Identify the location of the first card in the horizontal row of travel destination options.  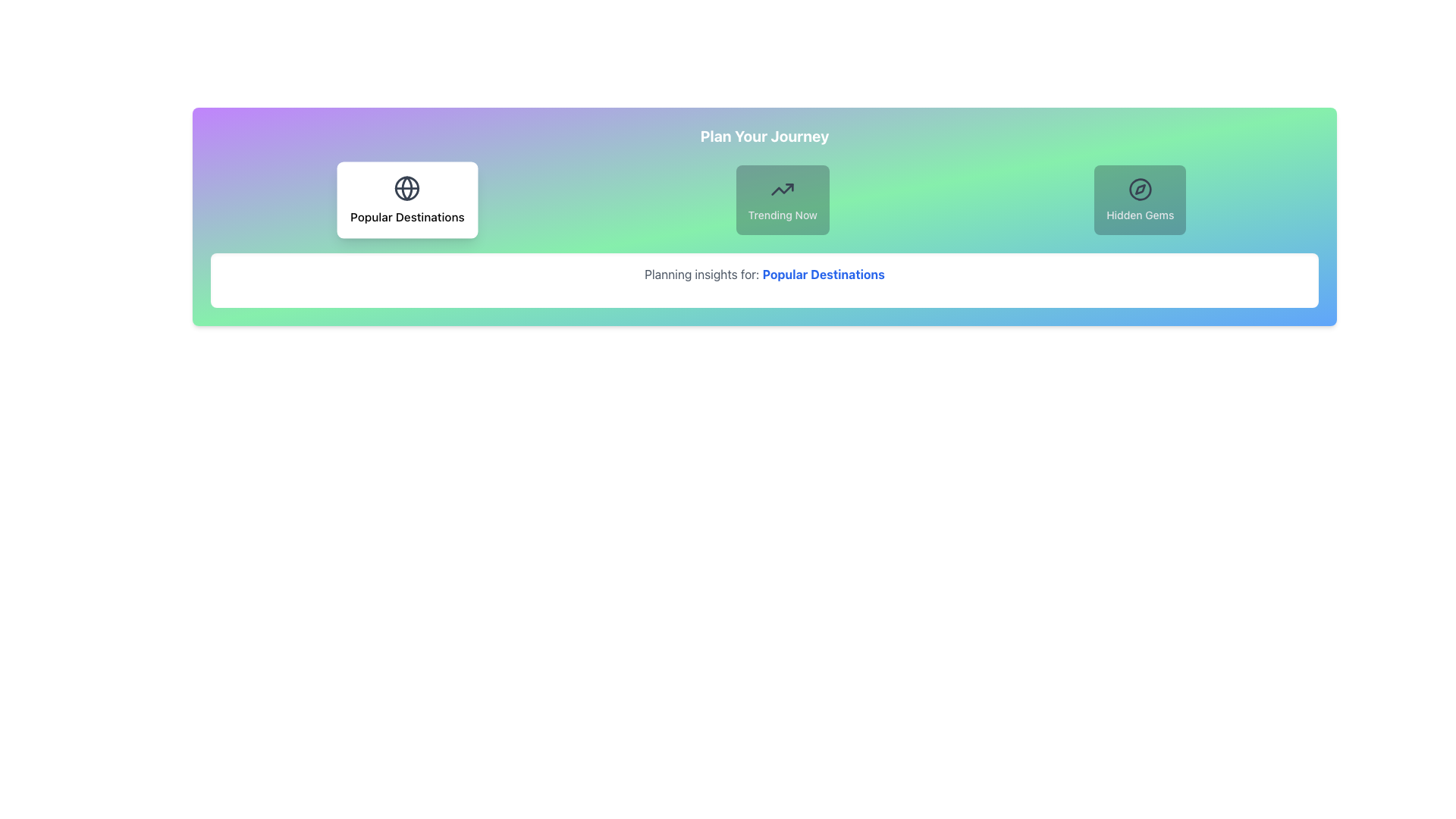
(407, 199).